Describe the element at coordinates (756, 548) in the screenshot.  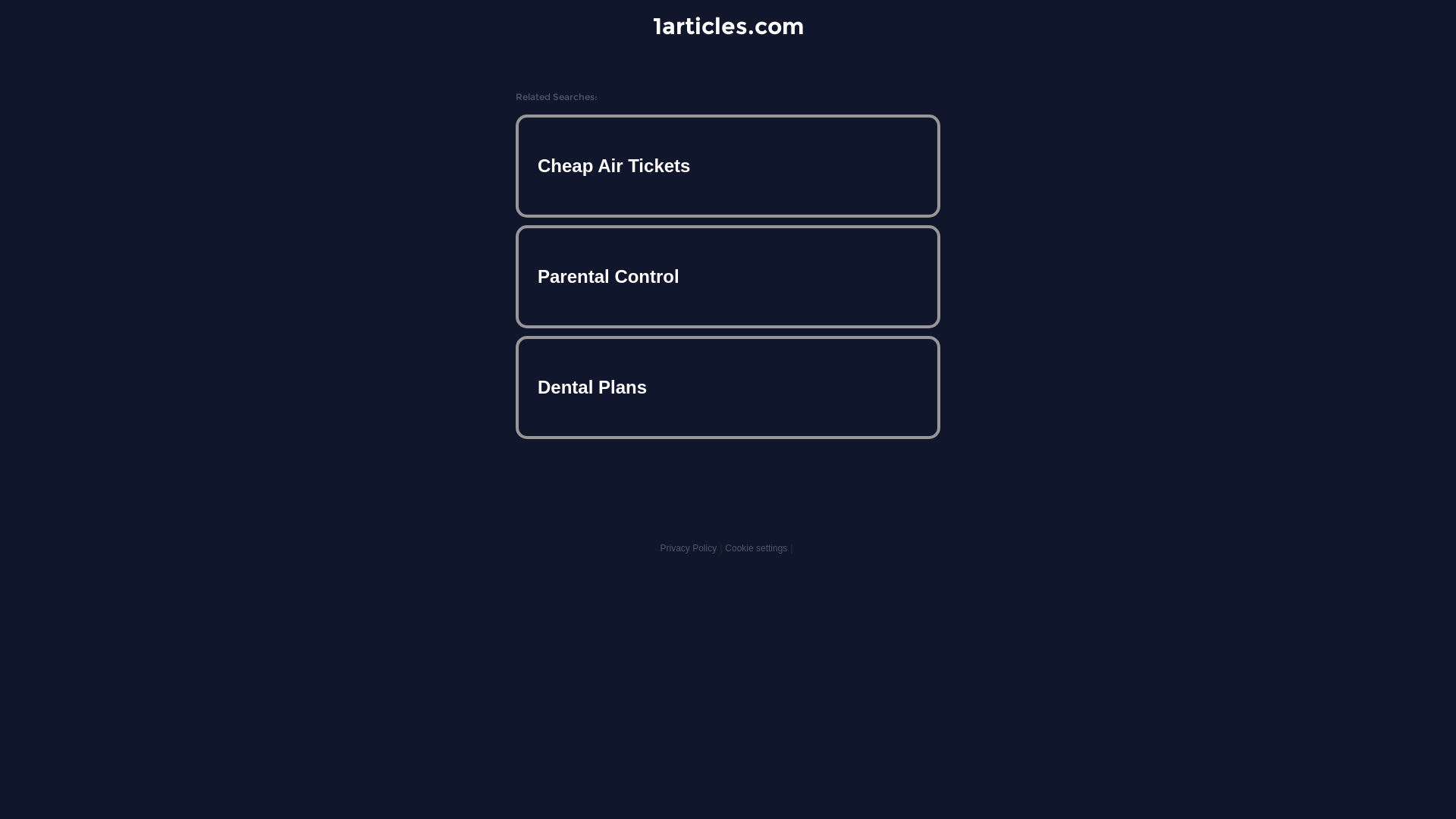
I see `'Cookie settings'` at that location.